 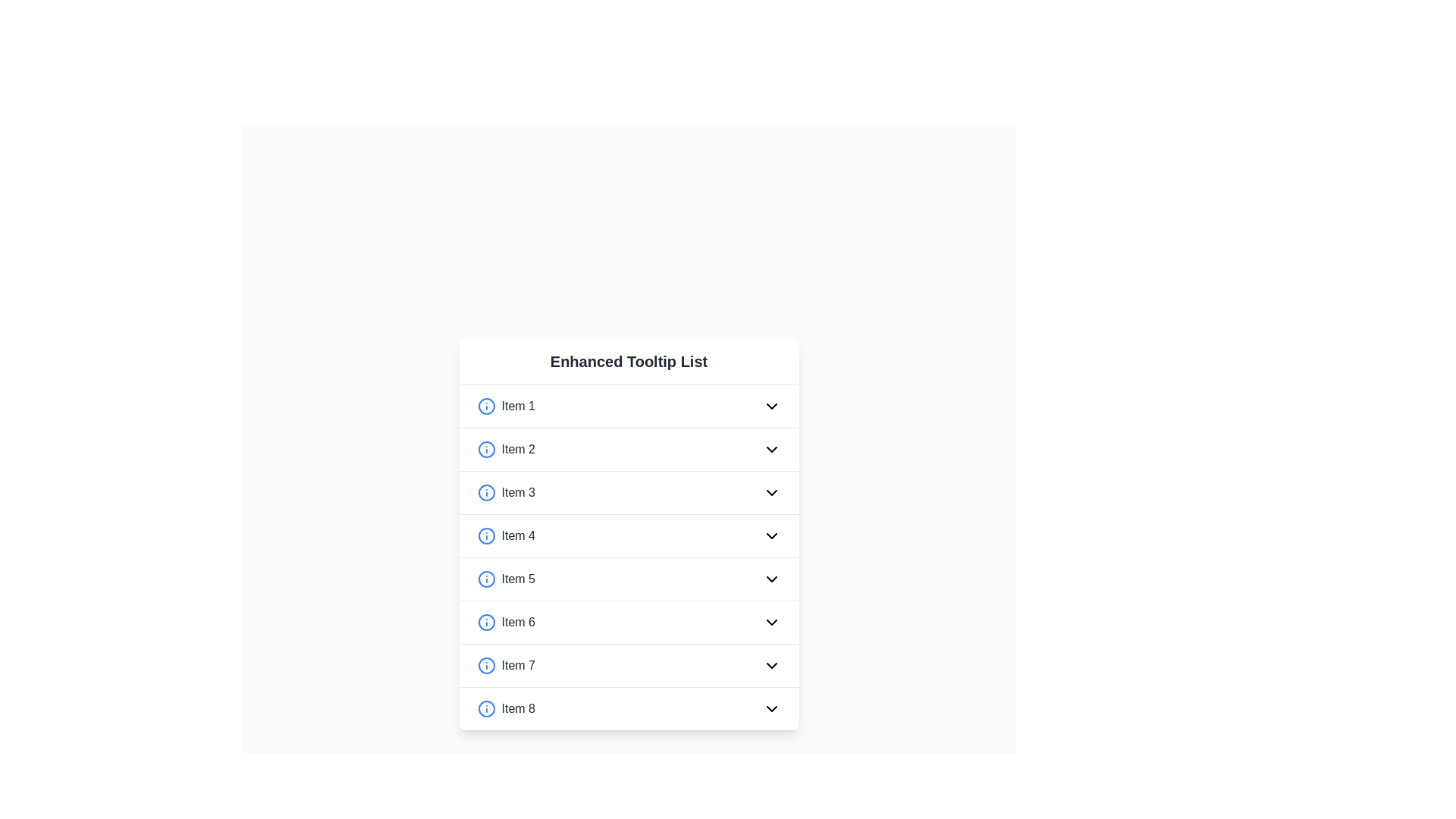 I want to click on the horizontal layout element containing the circular blue 'info' icon on the left and the text 'Item 8' in a bold, dark gray font on the right, which is positioned at the bottom of a vertical list in the 'Enhanced Tooltip List' card component, so click(x=506, y=708).